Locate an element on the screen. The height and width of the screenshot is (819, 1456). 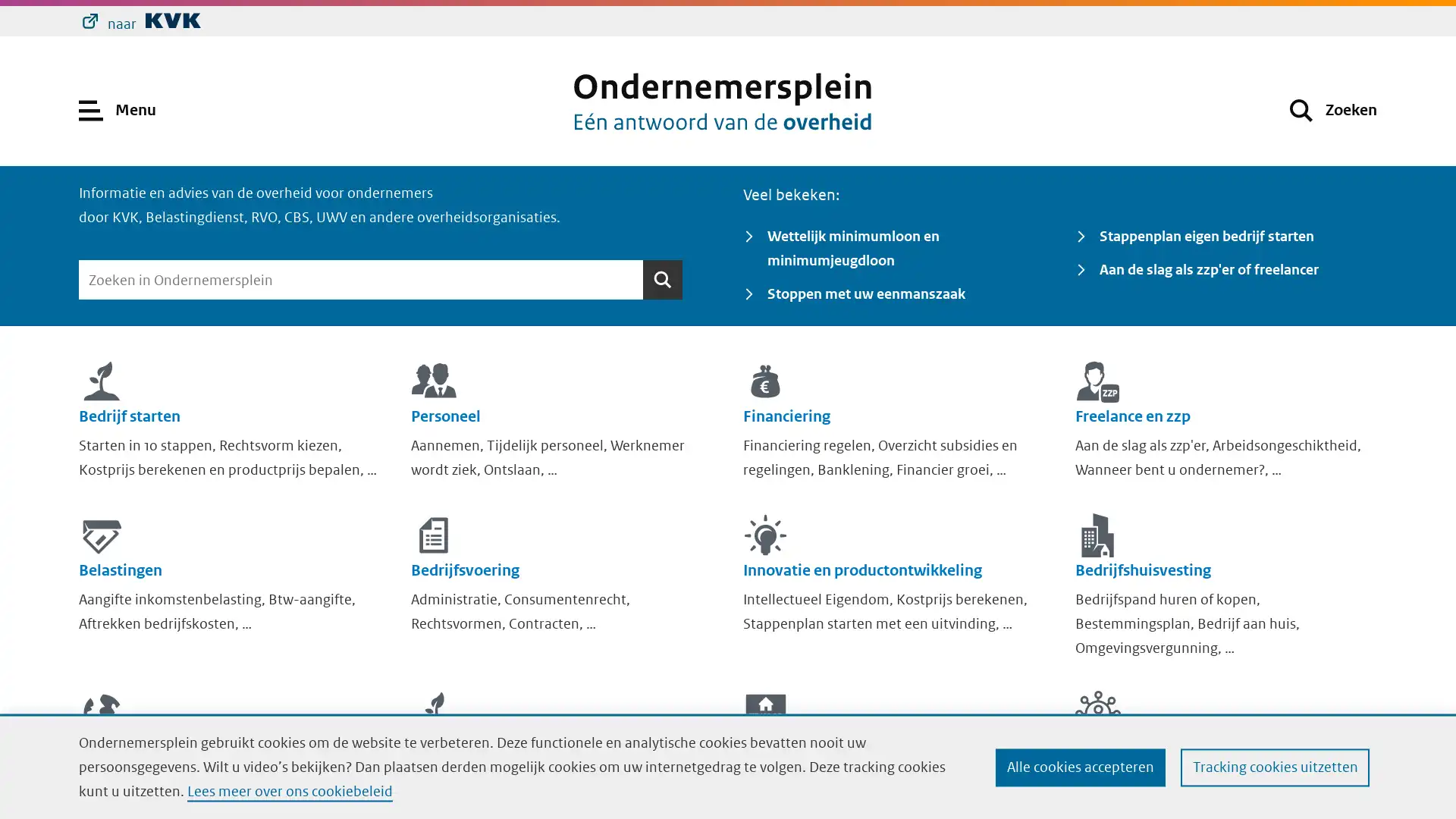
Tracking cookies uitzetten is located at coordinates (1274, 767).